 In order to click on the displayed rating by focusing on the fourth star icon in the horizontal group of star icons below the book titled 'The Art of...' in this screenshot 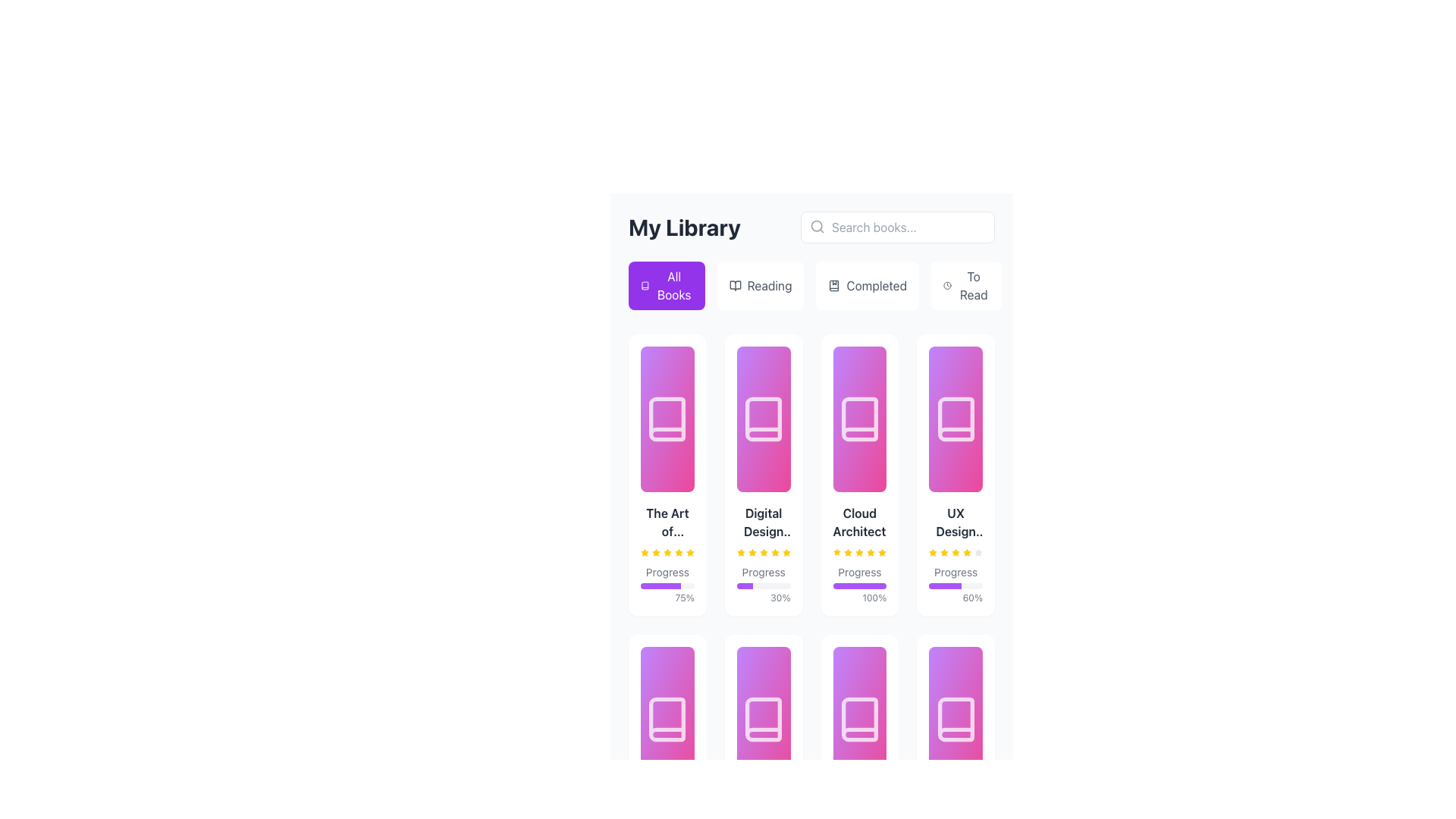, I will do `click(667, 553)`.